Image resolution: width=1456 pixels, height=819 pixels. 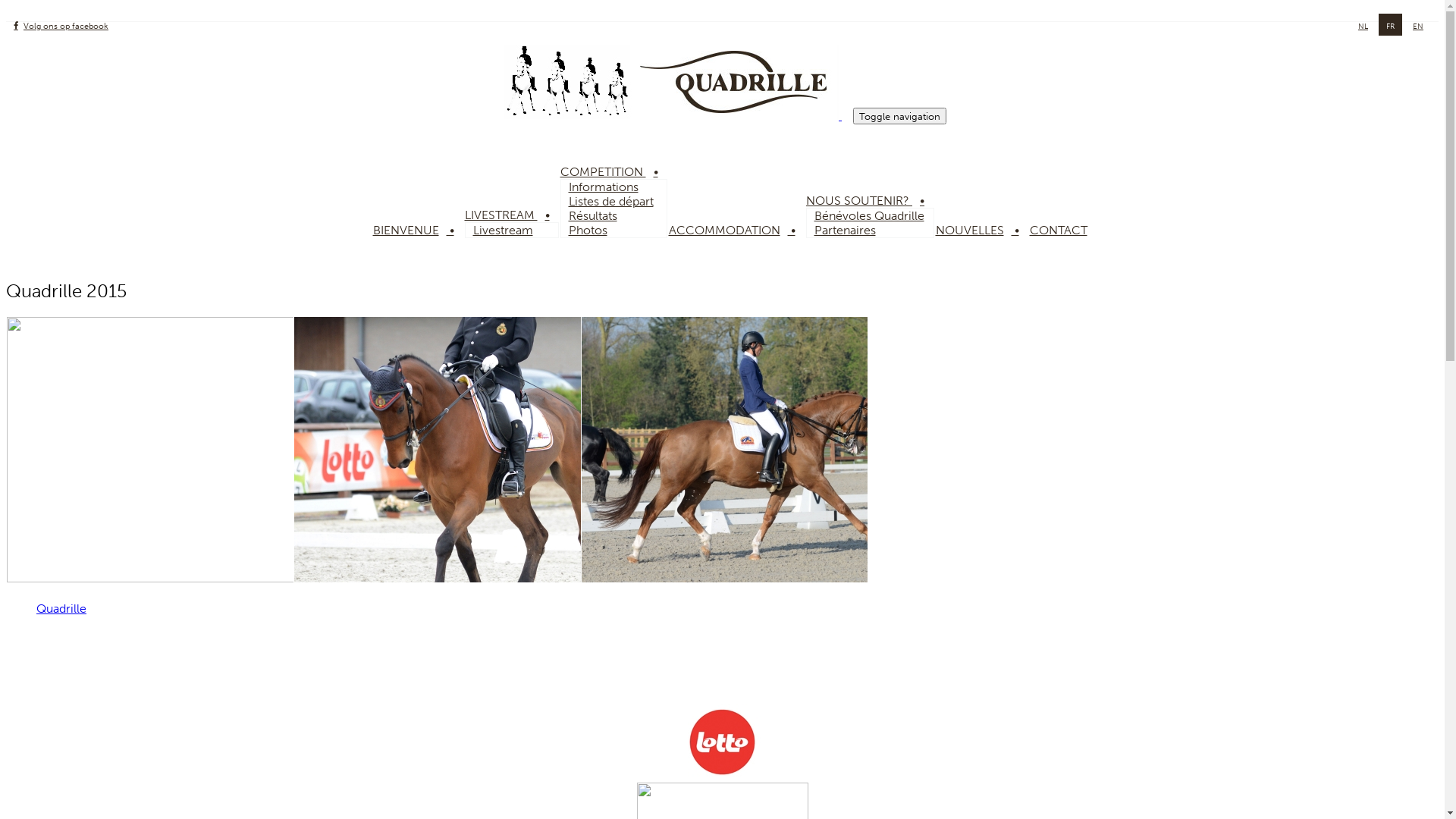 I want to click on 'Informations', so click(x=560, y=186).